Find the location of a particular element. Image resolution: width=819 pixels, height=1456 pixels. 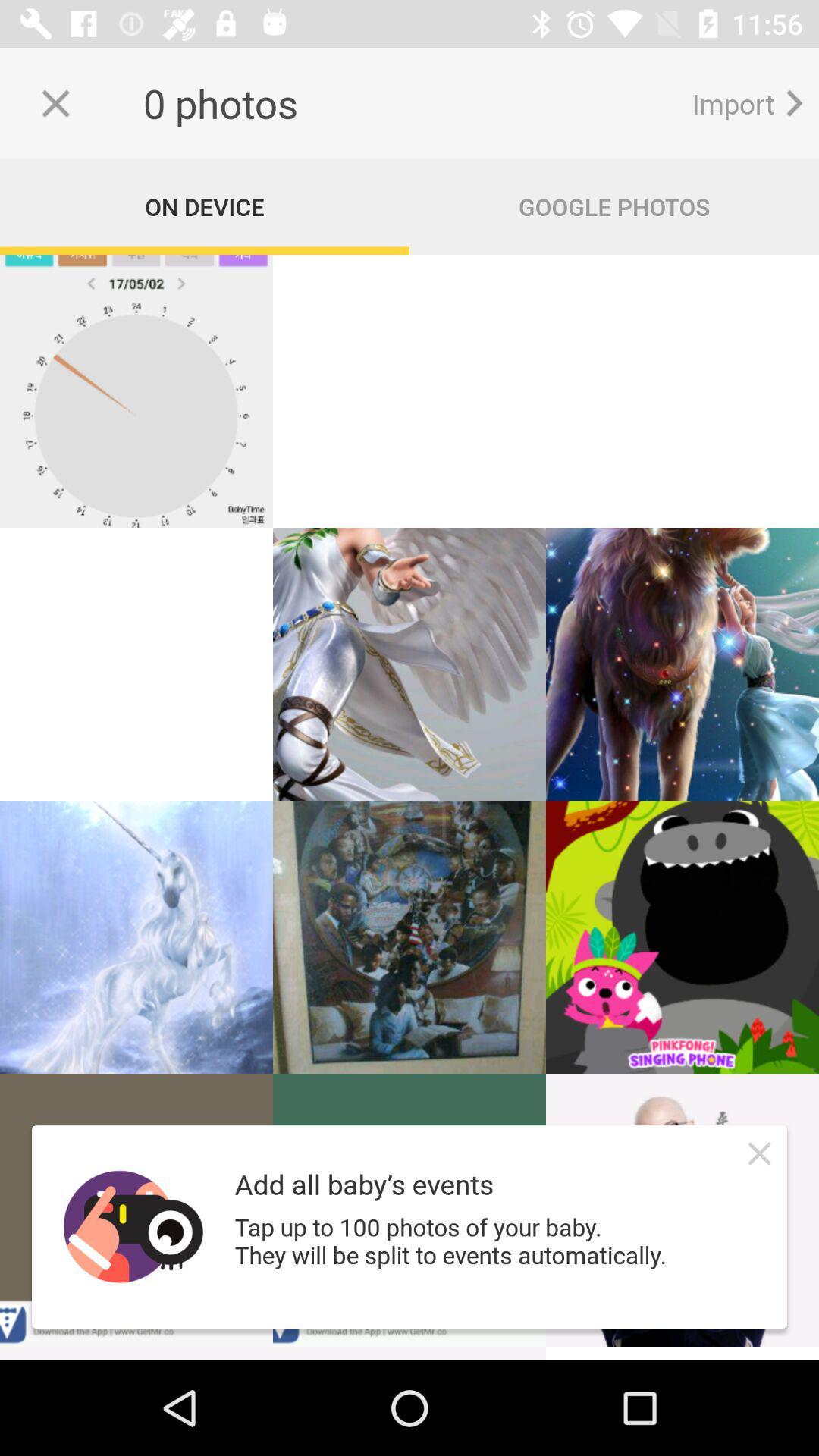

the close icon is located at coordinates (759, 1153).